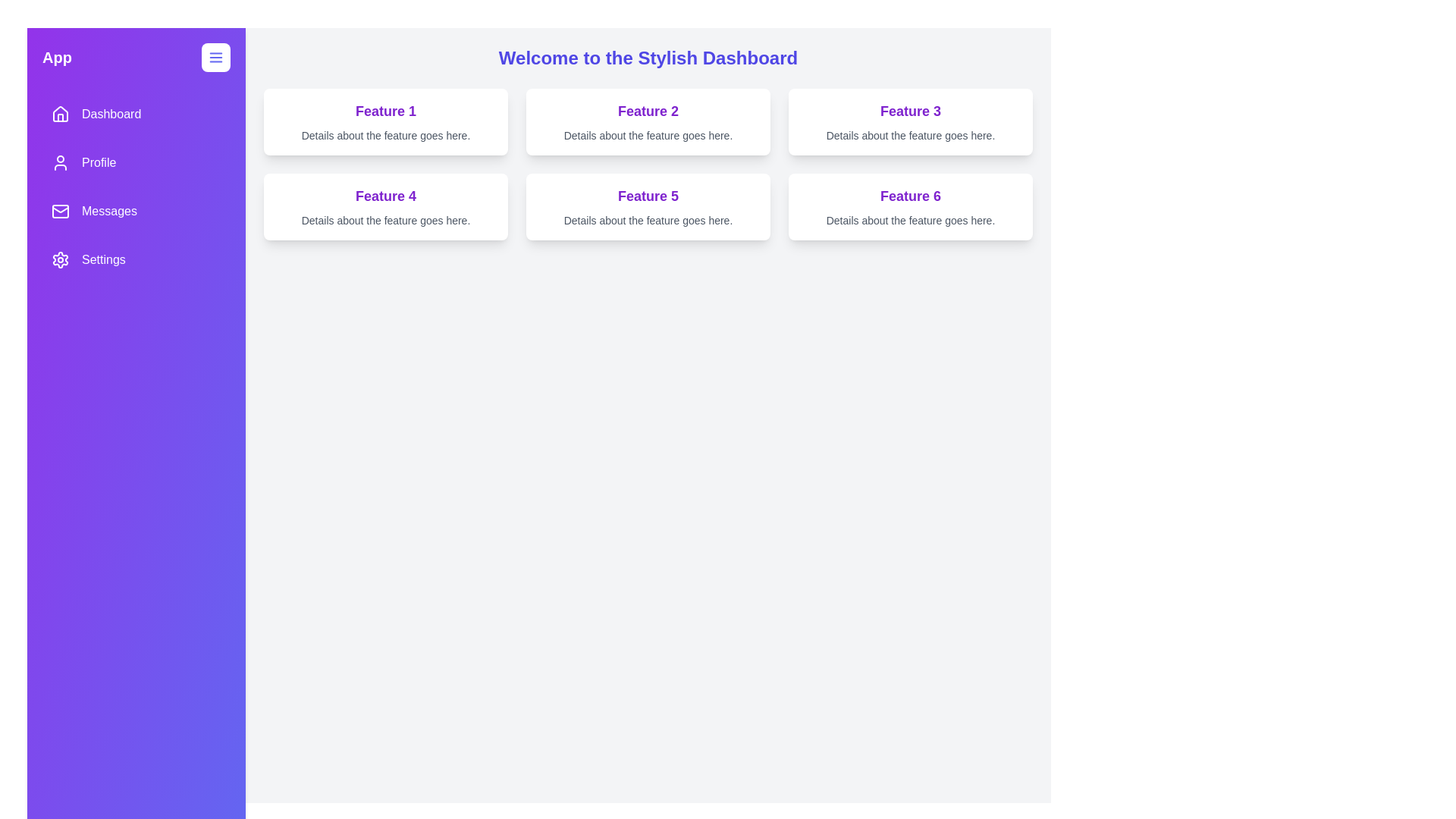 The height and width of the screenshot is (819, 1456). Describe the element at coordinates (111, 113) in the screenshot. I see `the text label reading 'Dashboard', which is styled in white text on a purple background and positioned adjacent to a house icon in the sidebar menu` at that location.